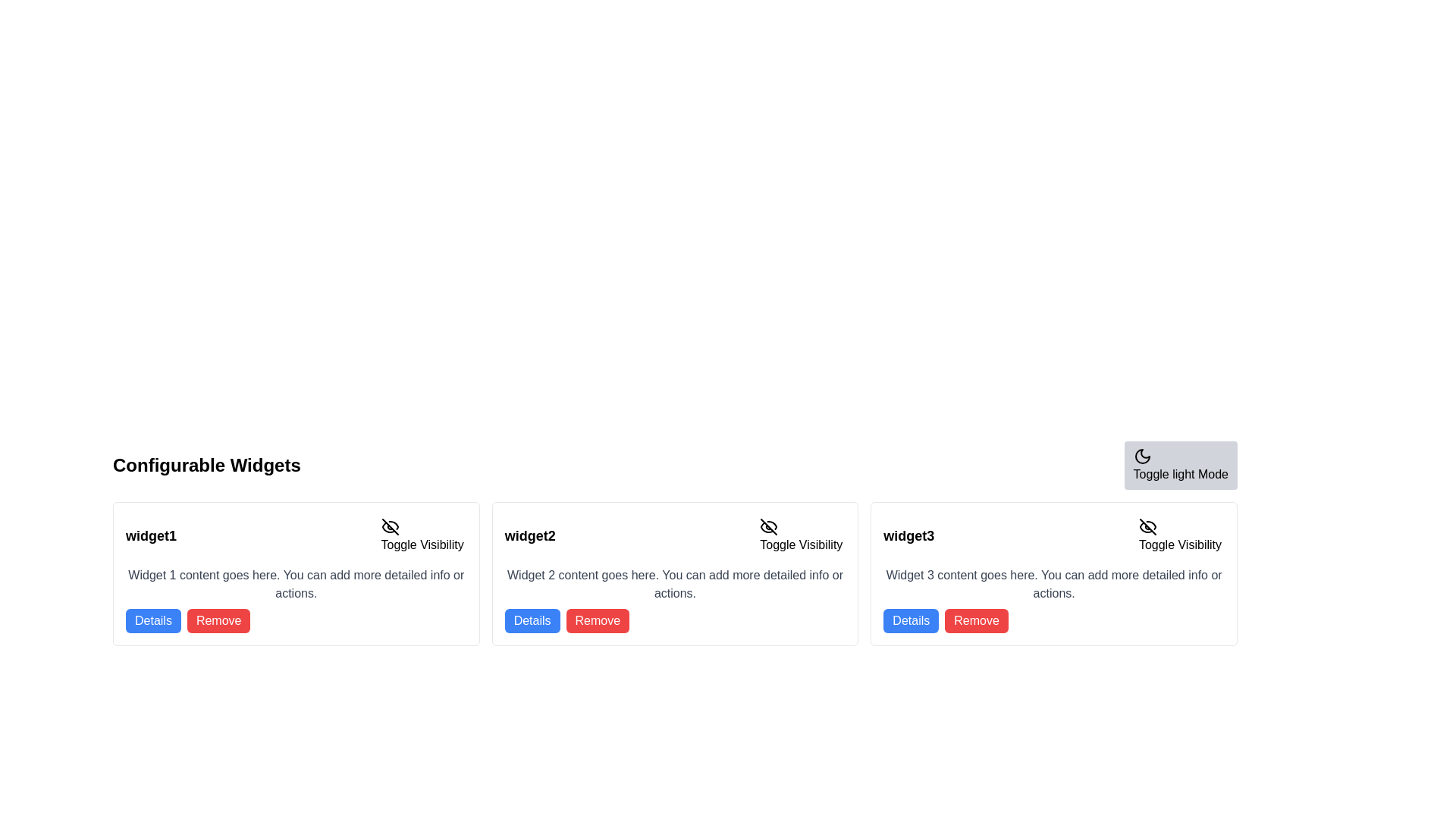 Image resolution: width=1456 pixels, height=819 pixels. Describe the element at coordinates (153, 620) in the screenshot. I see `the first button on the 'widget1' card located in the bottom-left corner` at that location.